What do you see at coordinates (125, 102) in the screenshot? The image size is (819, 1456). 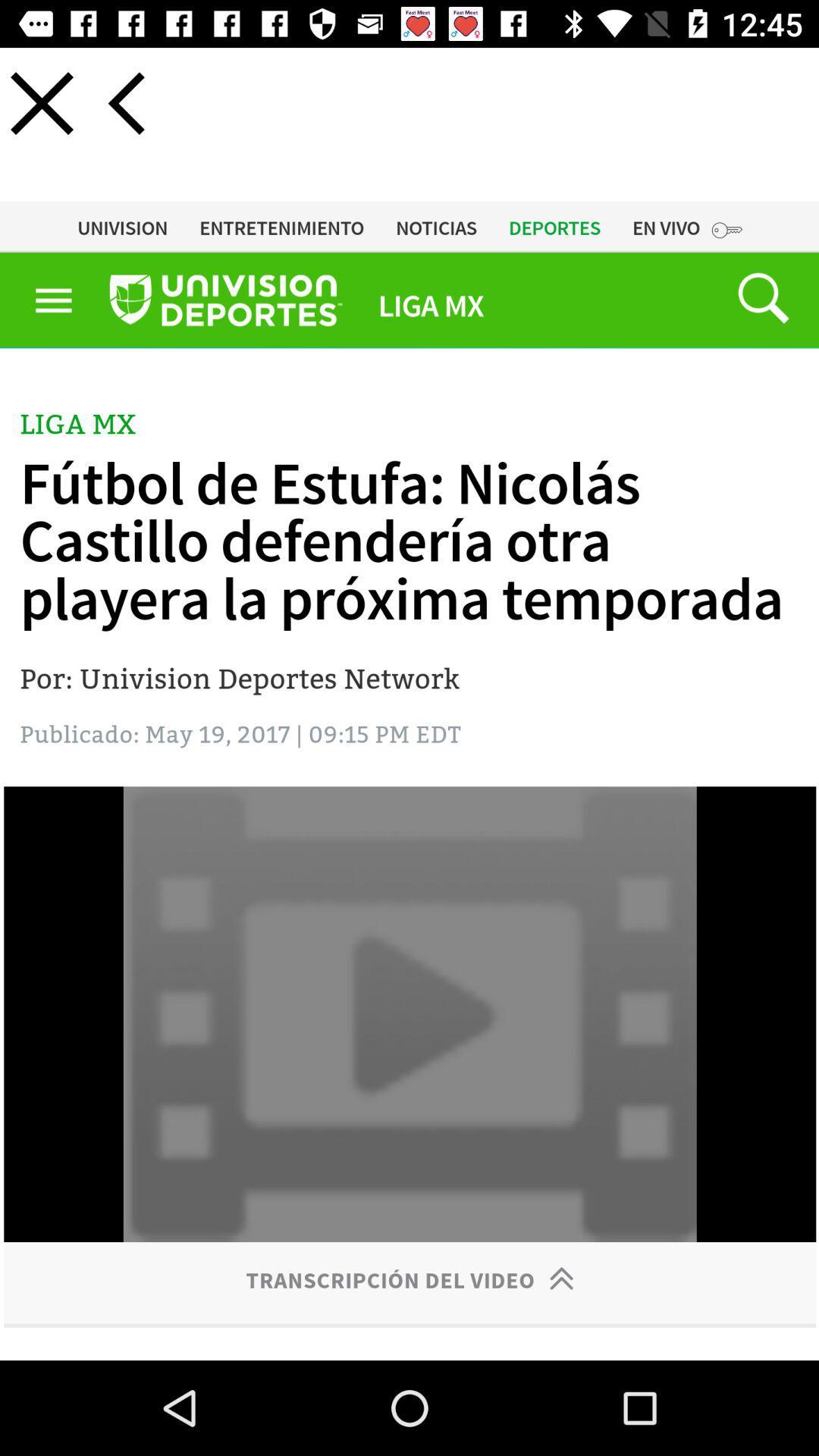 I see `back farce` at bounding box center [125, 102].